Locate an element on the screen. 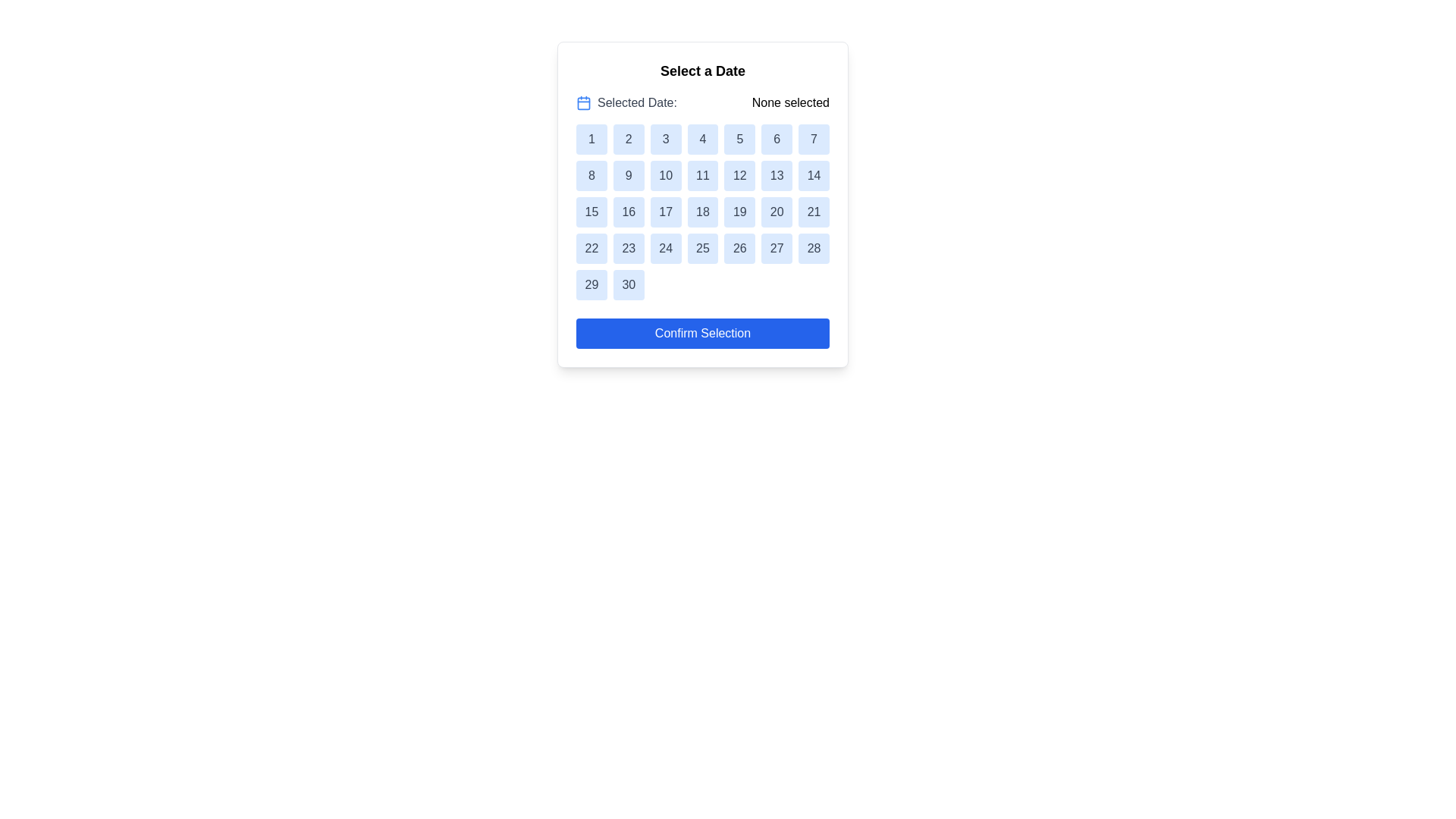 The width and height of the screenshot is (1456, 819). displayed text 'None selected' from the text label located to the right of 'Selected Date:' in the modal window is located at coordinates (789, 102).